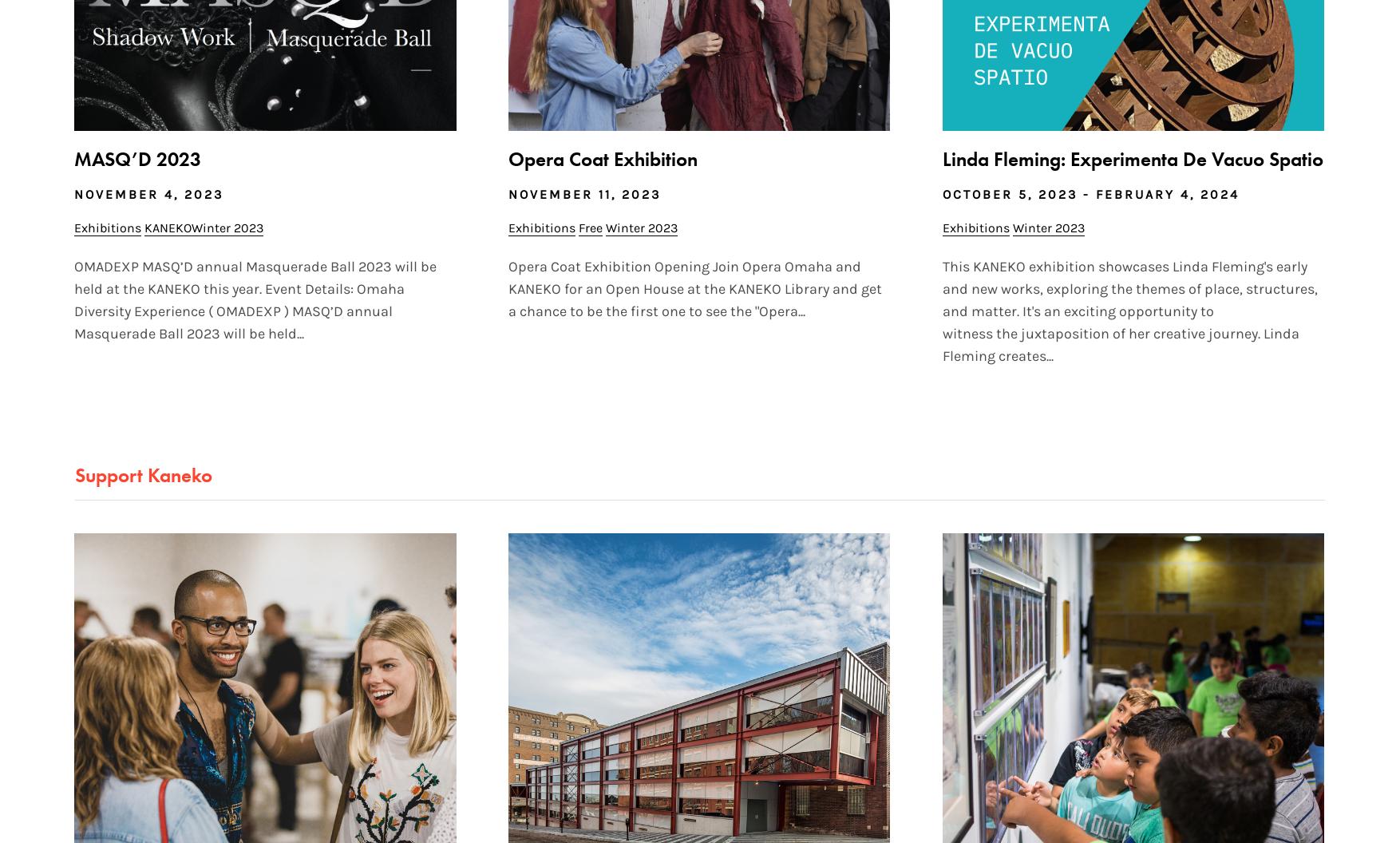 This screenshot has height=843, width=1400. Describe the element at coordinates (1090, 193) in the screenshot. I see `'October 5, 2023                 	
		                     -  February 4, 2024'` at that location.